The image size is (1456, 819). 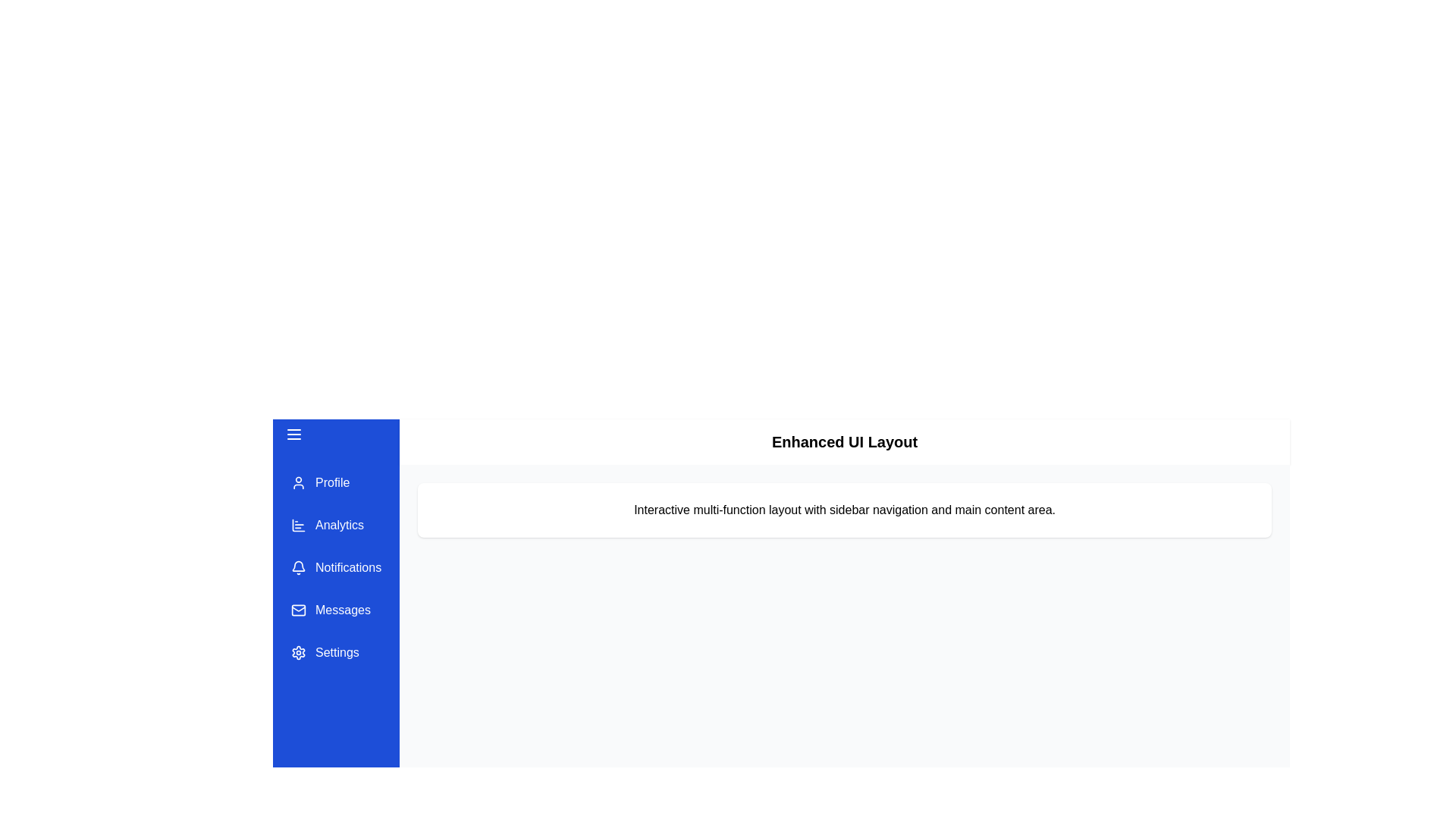 What do you see at coordinates (298, 525) in the screenshot?
I see `the Bar Chart Illustration icon located in the sidebar next to the 'Analytics' label by moving the cursor to its center point` at bounding box center [298, 525].